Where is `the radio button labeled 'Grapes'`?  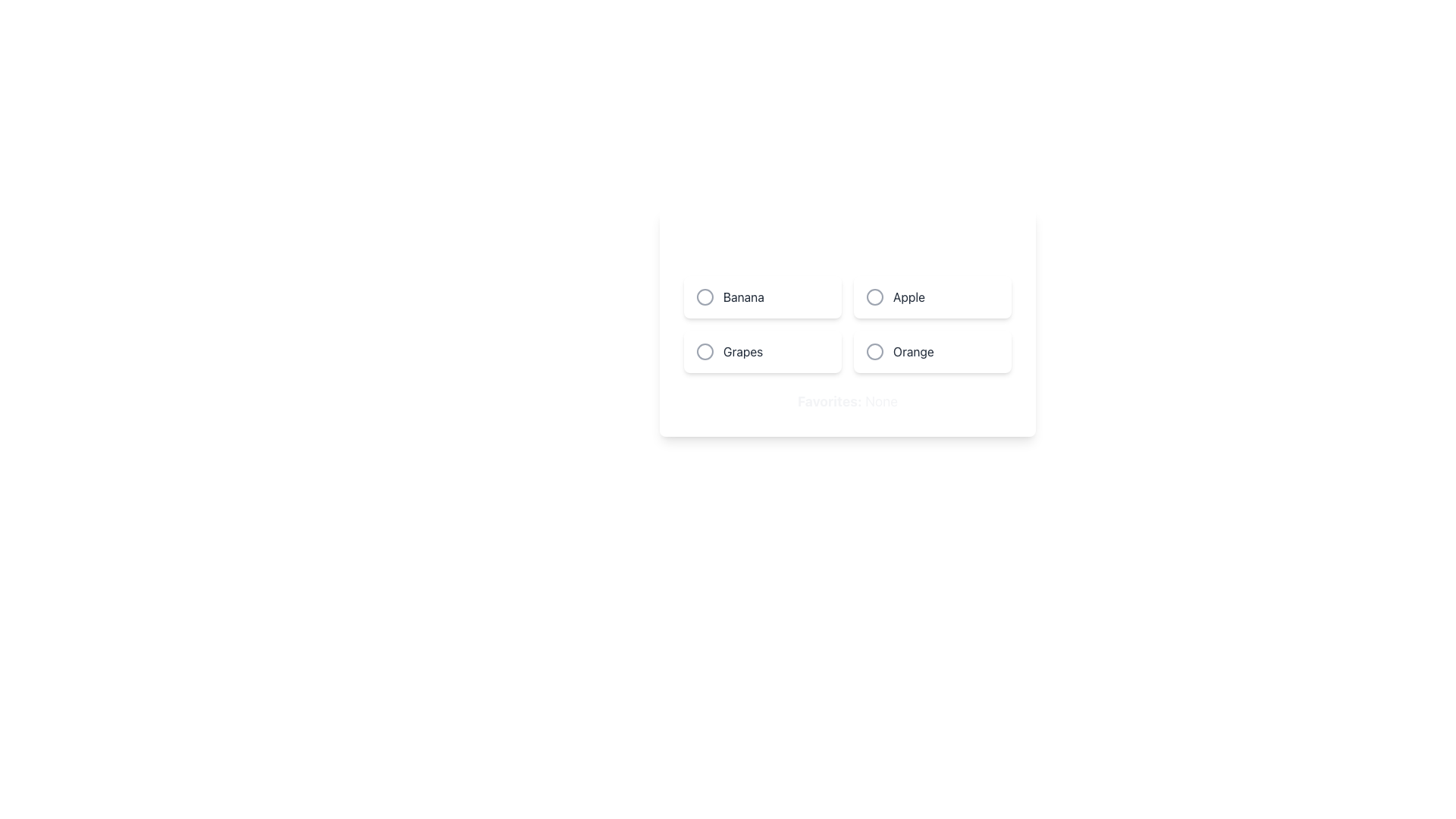 the radio button labeled 'Grapes' is located at coordinates (763, 351).